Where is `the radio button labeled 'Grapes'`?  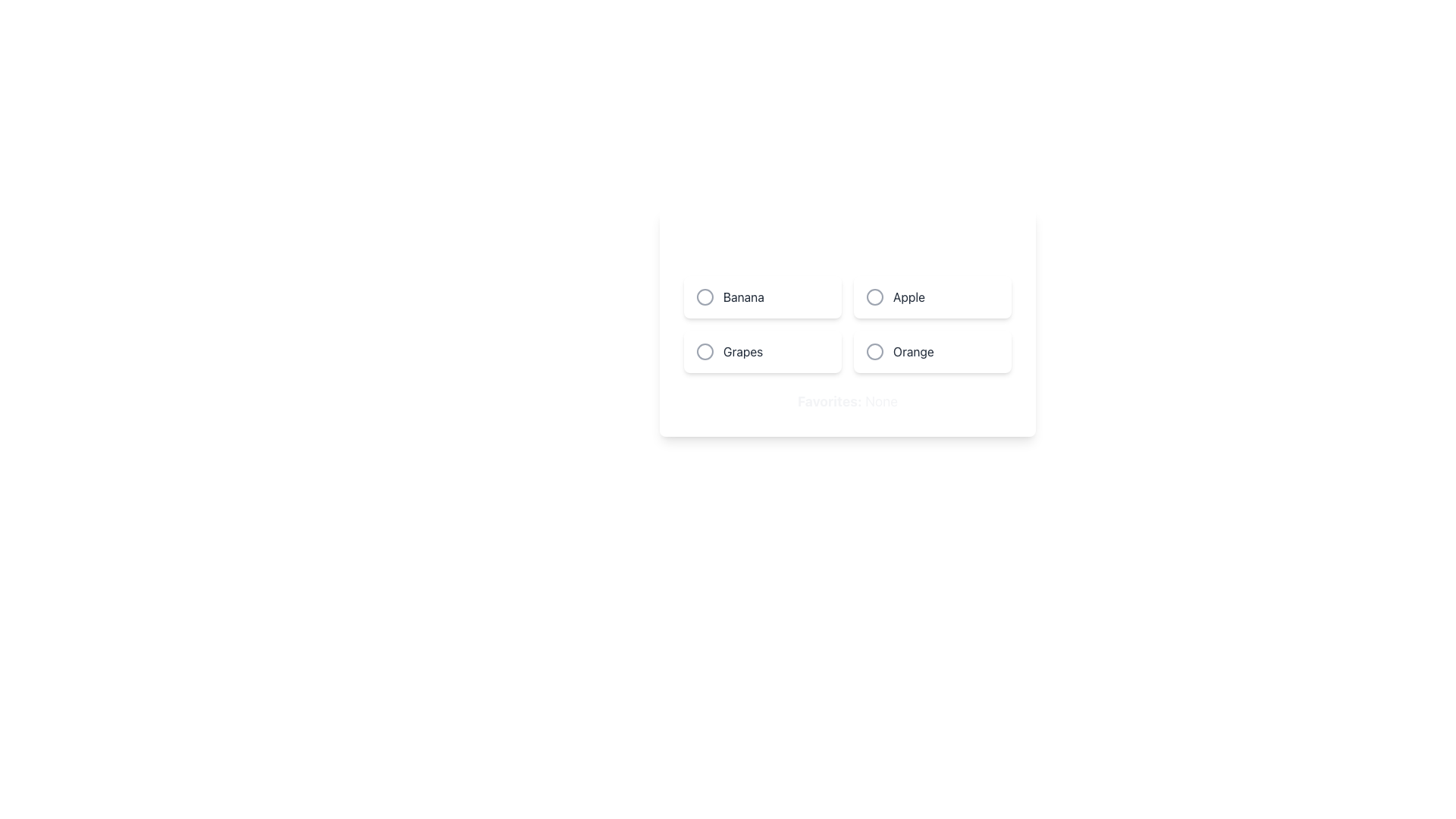 the radio button labeled 'Grapes' is located at coordinates (763, 351).